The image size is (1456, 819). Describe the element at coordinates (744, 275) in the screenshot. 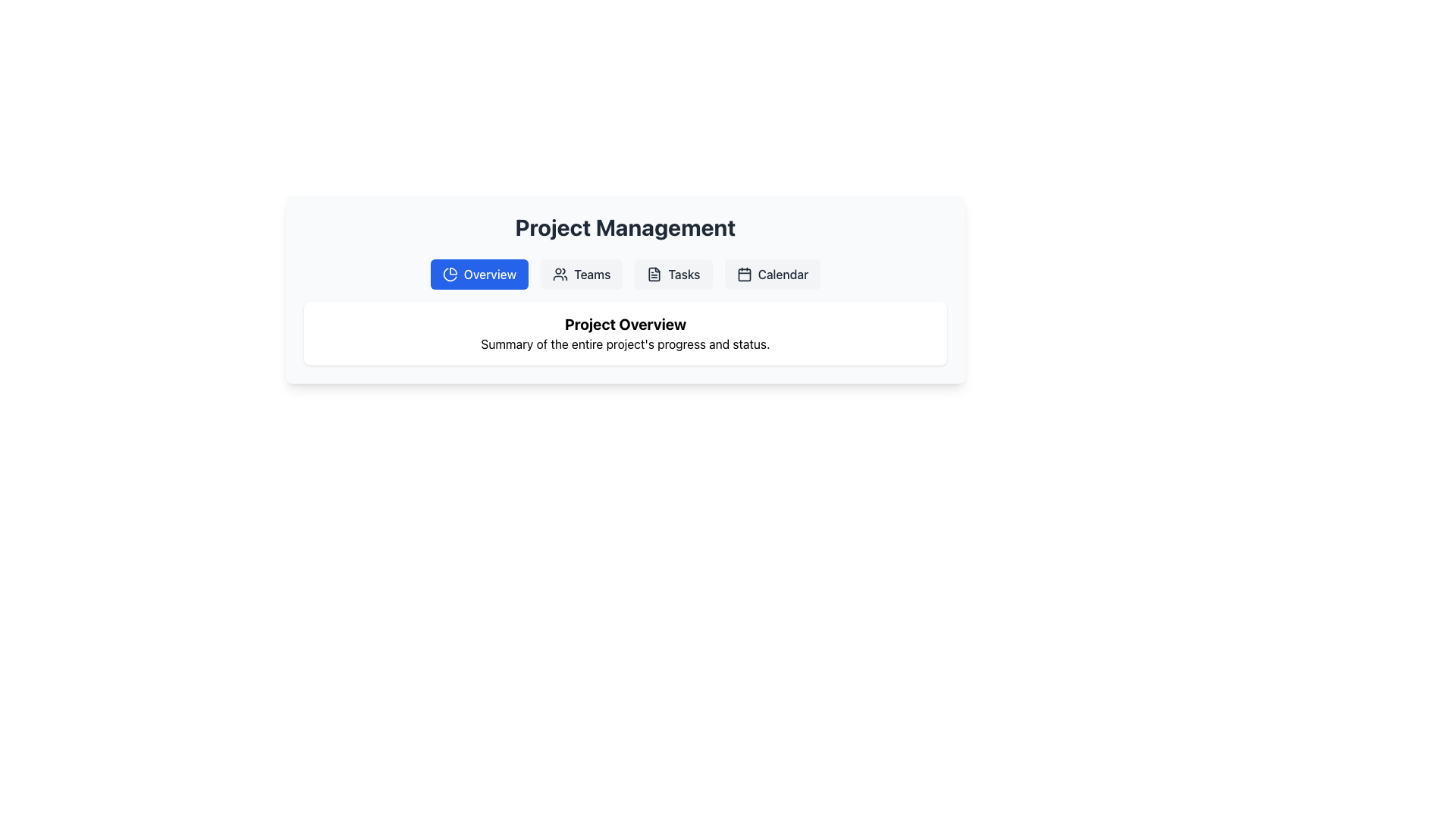

I see `the calendar icon component, which is a rounded rectangular box with a calendar graphical representation, located within the button labeled 'Calendar' in the navigation bar` at that location.